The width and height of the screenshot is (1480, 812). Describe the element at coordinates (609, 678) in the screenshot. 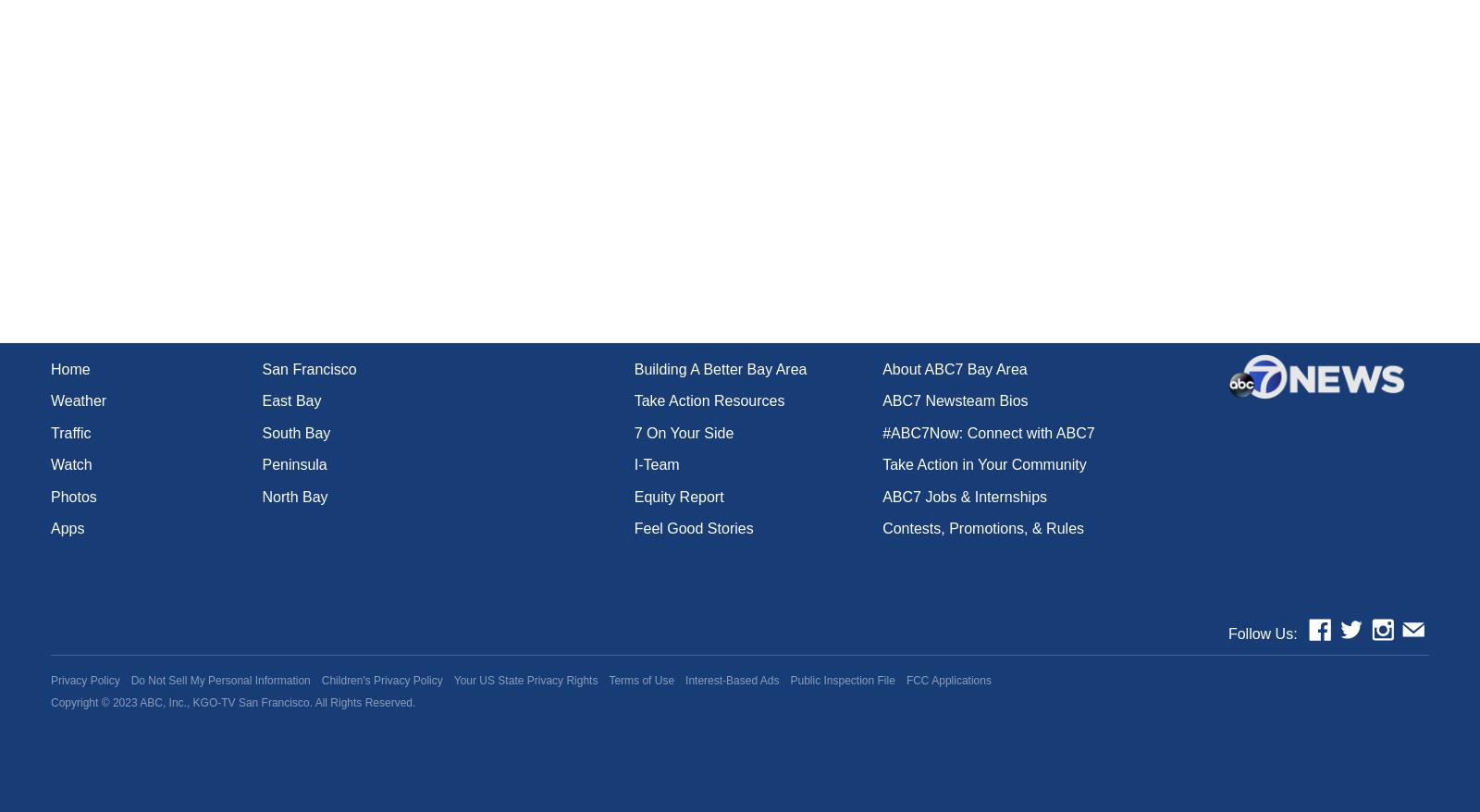

I see `'Terms of Use'` at that location.